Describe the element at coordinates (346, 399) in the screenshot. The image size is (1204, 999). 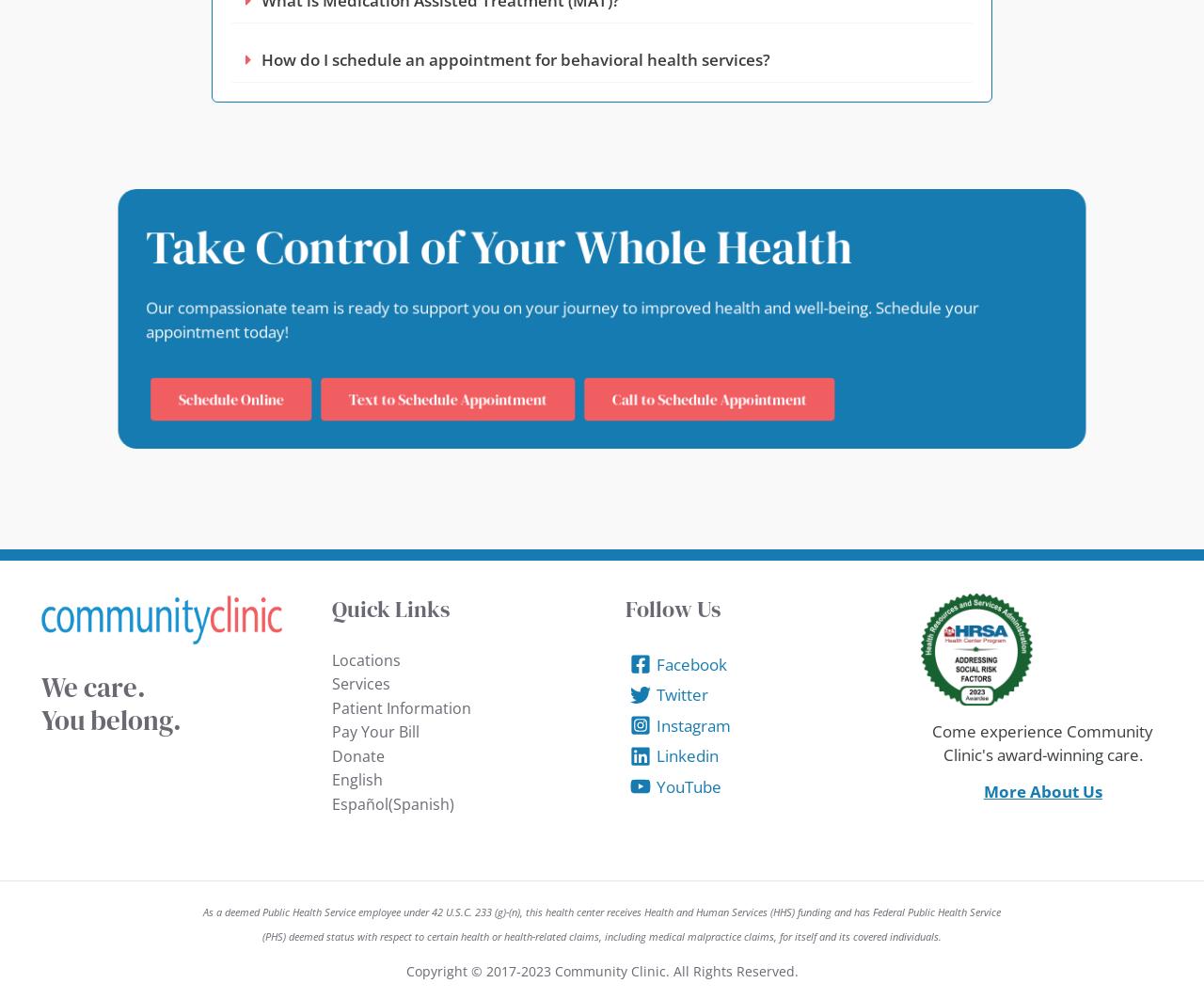
I see `'Text to Schedule Appointment'` at that location.